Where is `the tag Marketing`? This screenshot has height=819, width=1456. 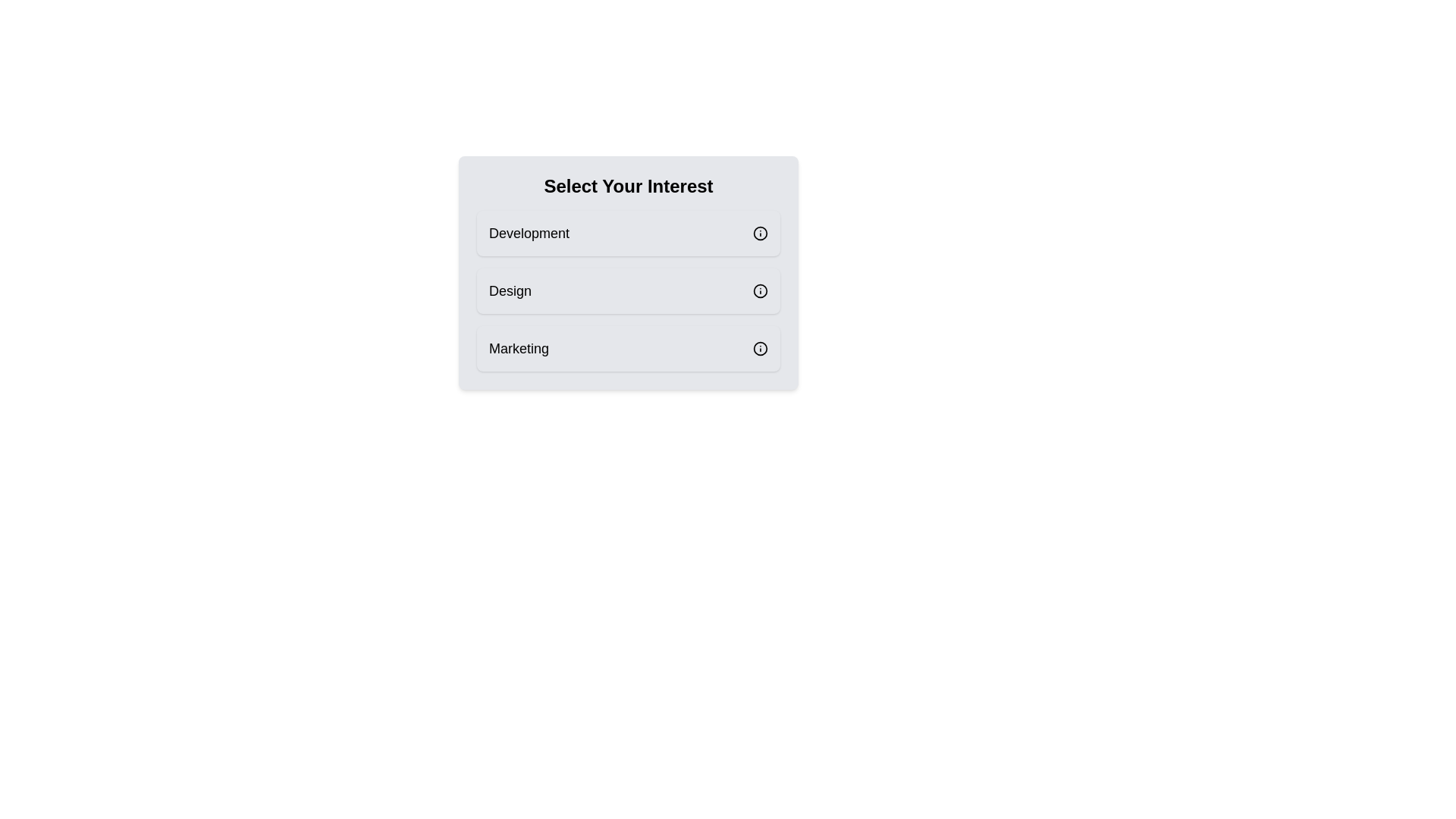 the tag Marketing is located at coordinates (629, 348).